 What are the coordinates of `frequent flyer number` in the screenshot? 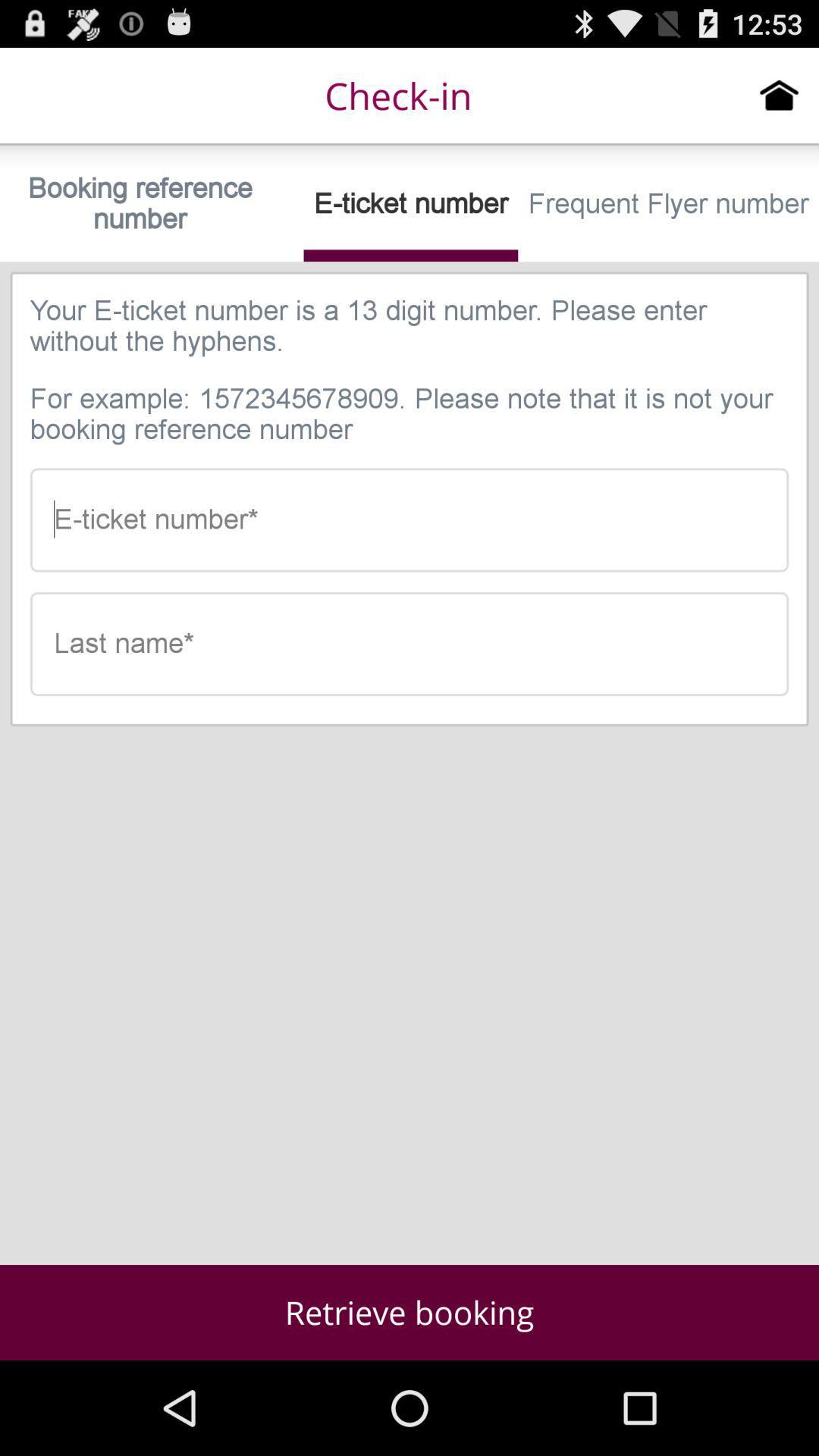 It's located at (667, 202).